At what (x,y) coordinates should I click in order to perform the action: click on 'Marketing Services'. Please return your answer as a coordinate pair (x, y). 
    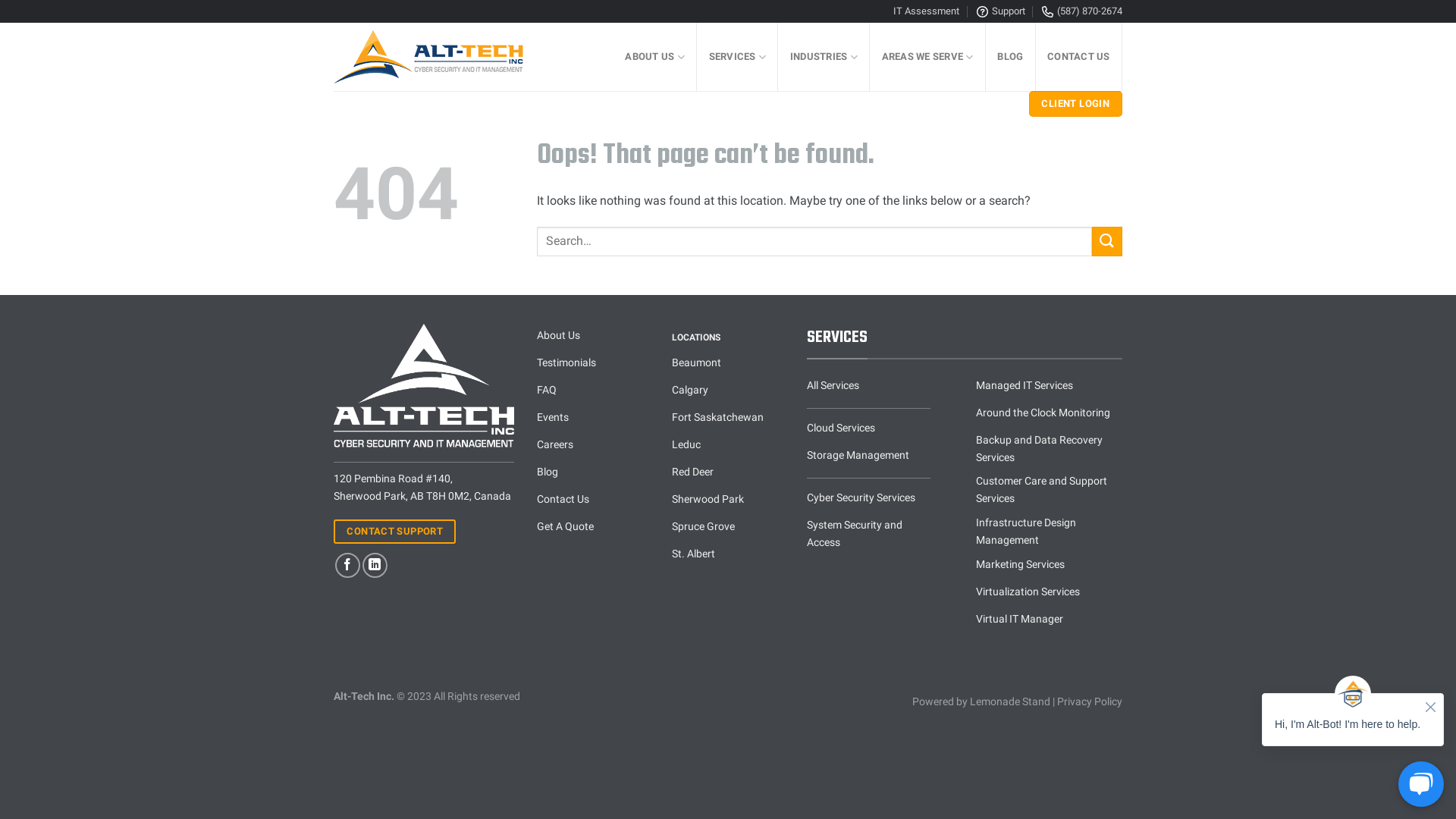
    Looking at the image, I should click on (1048, 566).